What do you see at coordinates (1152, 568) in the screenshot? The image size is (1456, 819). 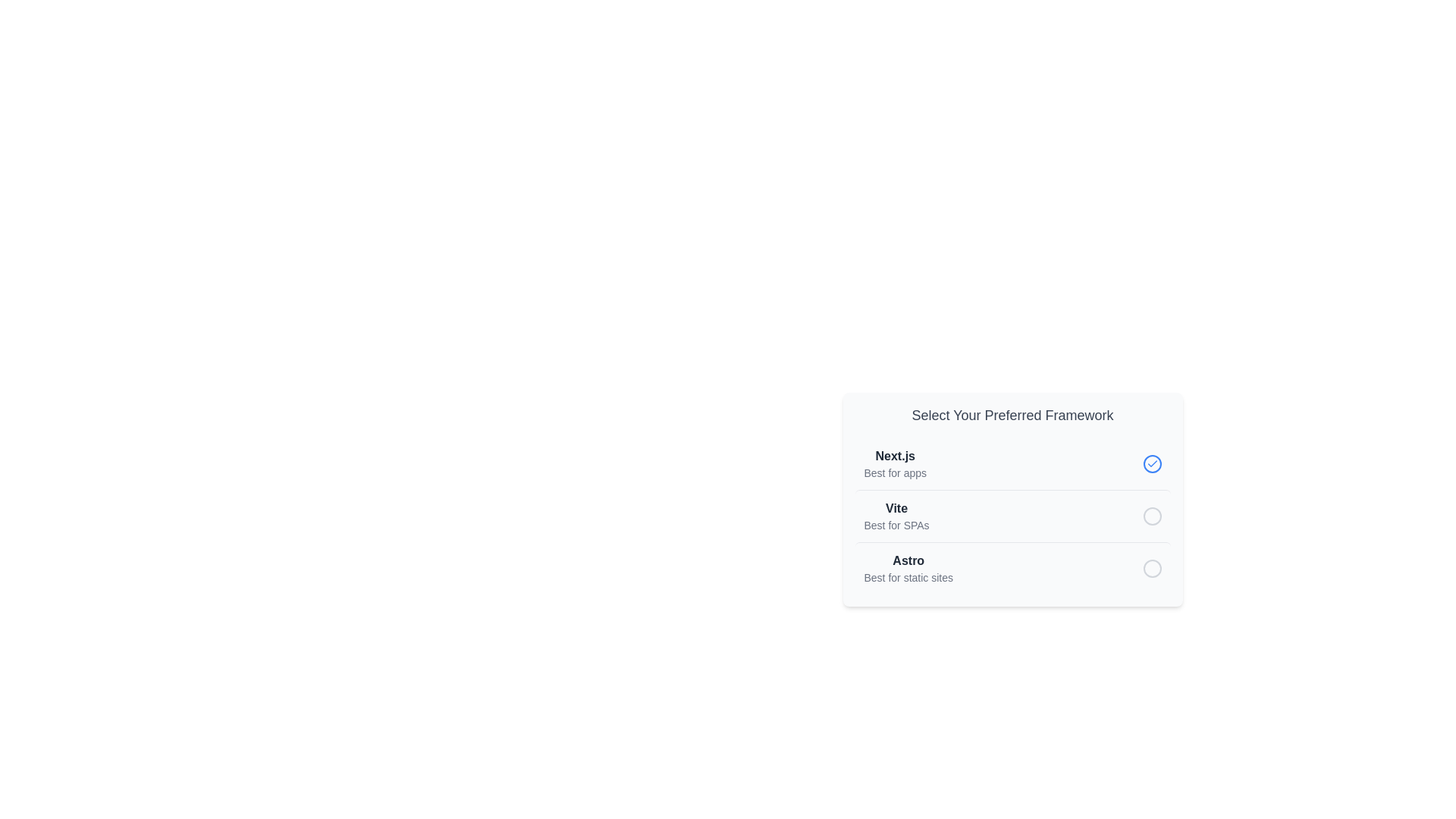 I see `the circular radio button with a gray border located to the far right of the list entry labeled 'Astro' and 'Best for static sites'` at bounding box center [1152, 568].